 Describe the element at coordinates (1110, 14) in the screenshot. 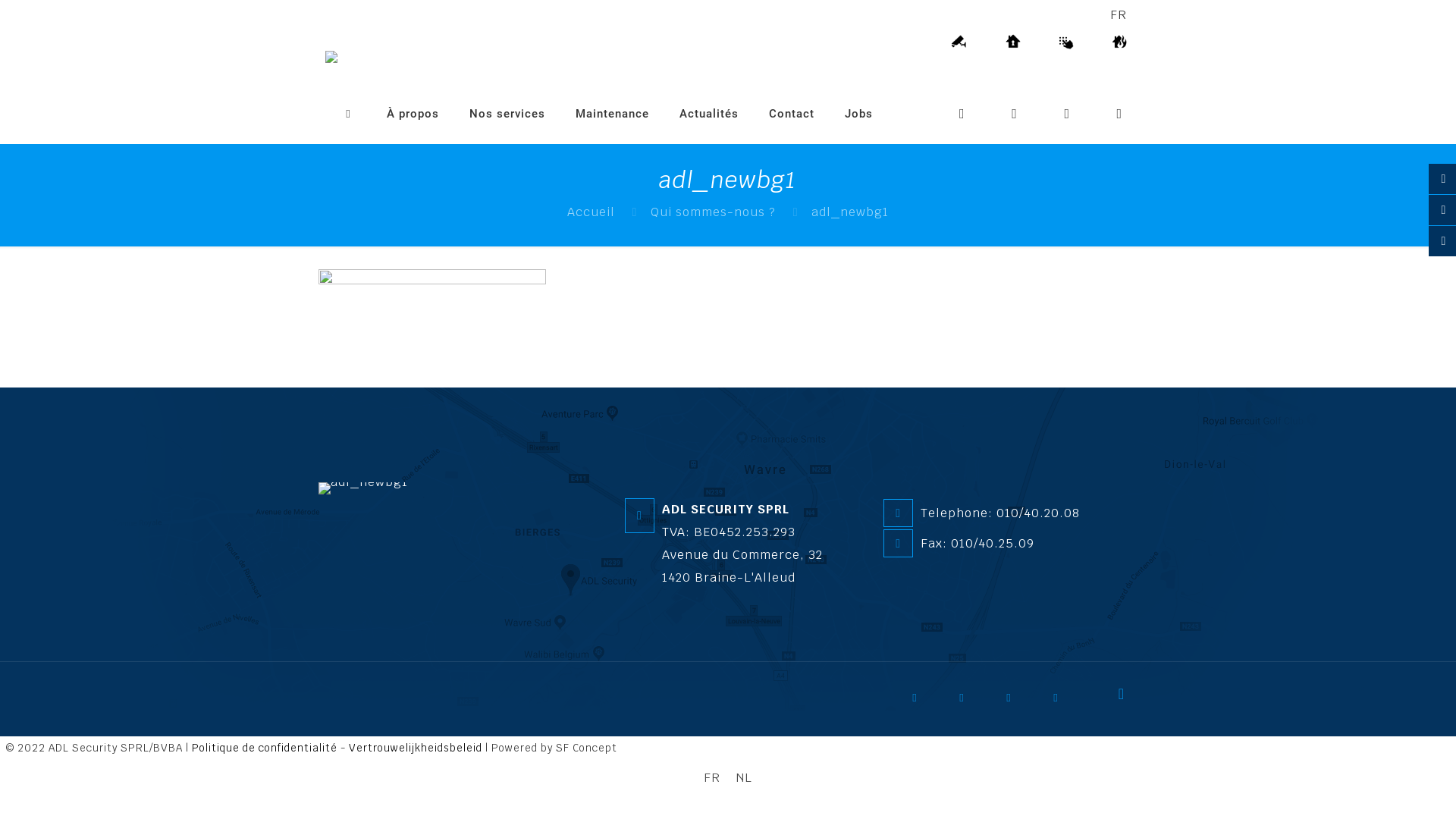

I see `'FR'` at that location.